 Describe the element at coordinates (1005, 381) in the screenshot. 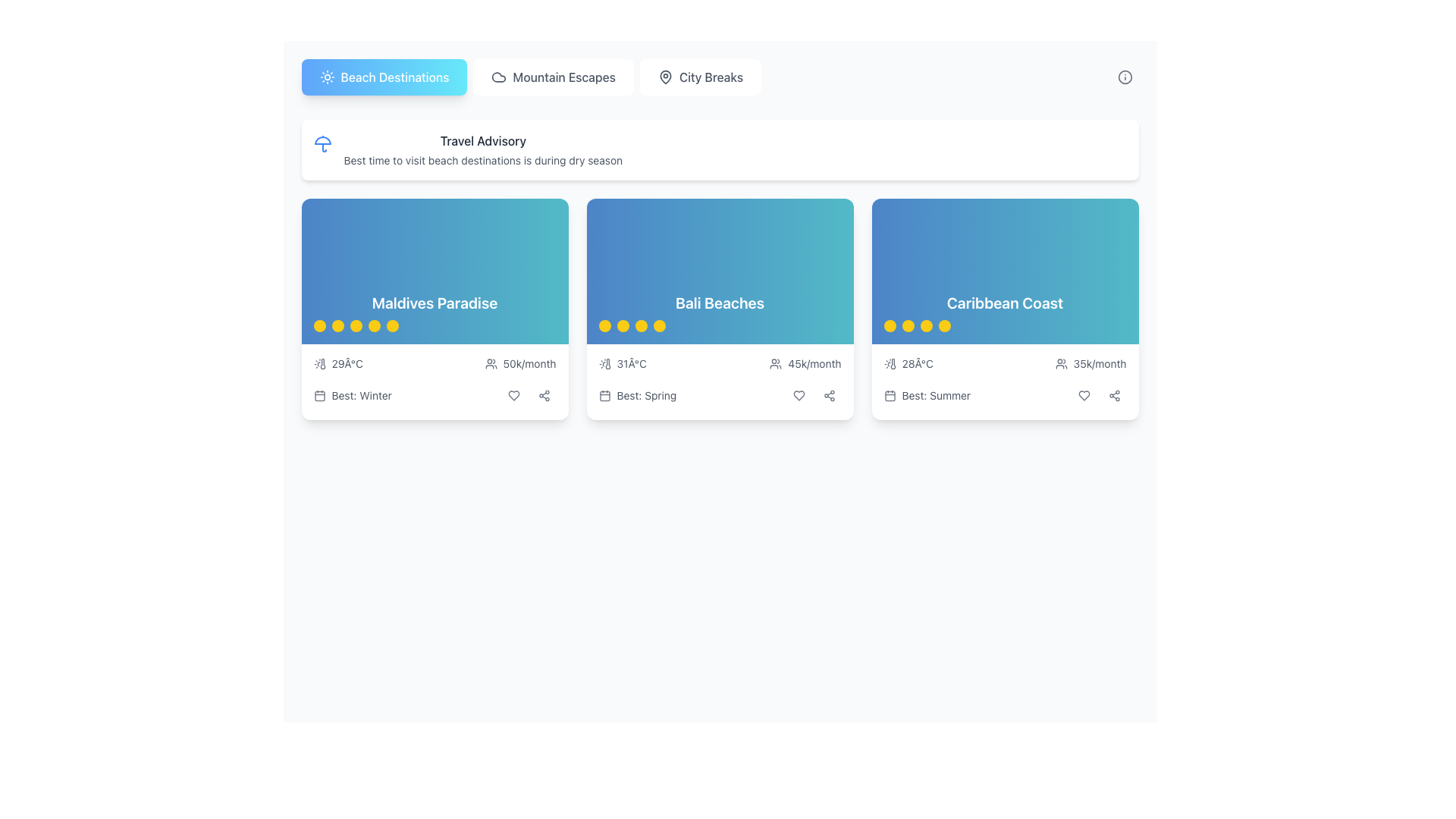

I see `information from the informational block located at the bottom section of the 'Caribbean Coast' card in the rightmost column of the layout` at that location.